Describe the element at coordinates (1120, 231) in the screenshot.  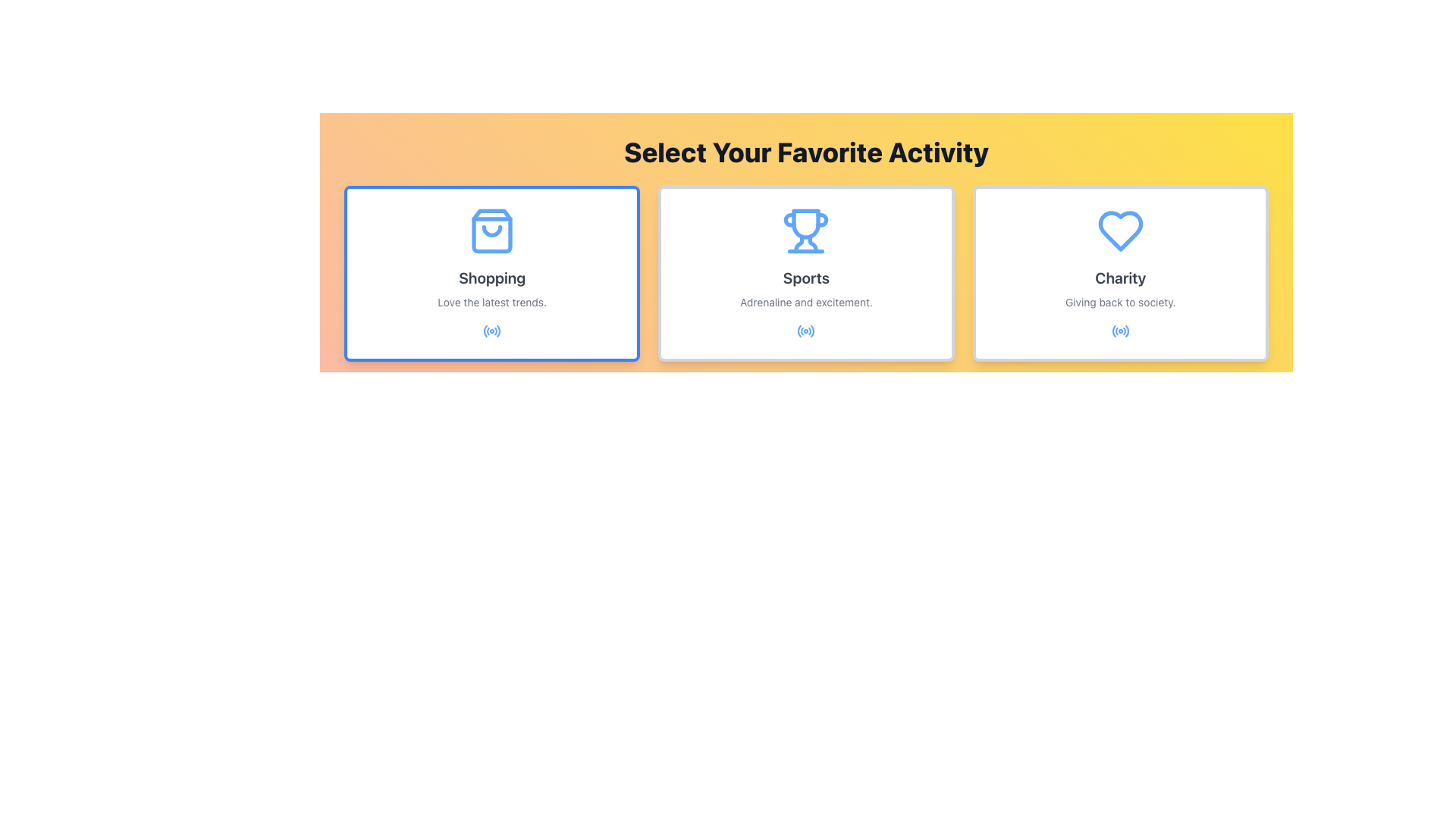
I see `the heart-shaped icon outlined in blue, which is located in the 'Charity' section of the card layout, positioned centrally within the third card of three horizontally-aligned cards` at that location.